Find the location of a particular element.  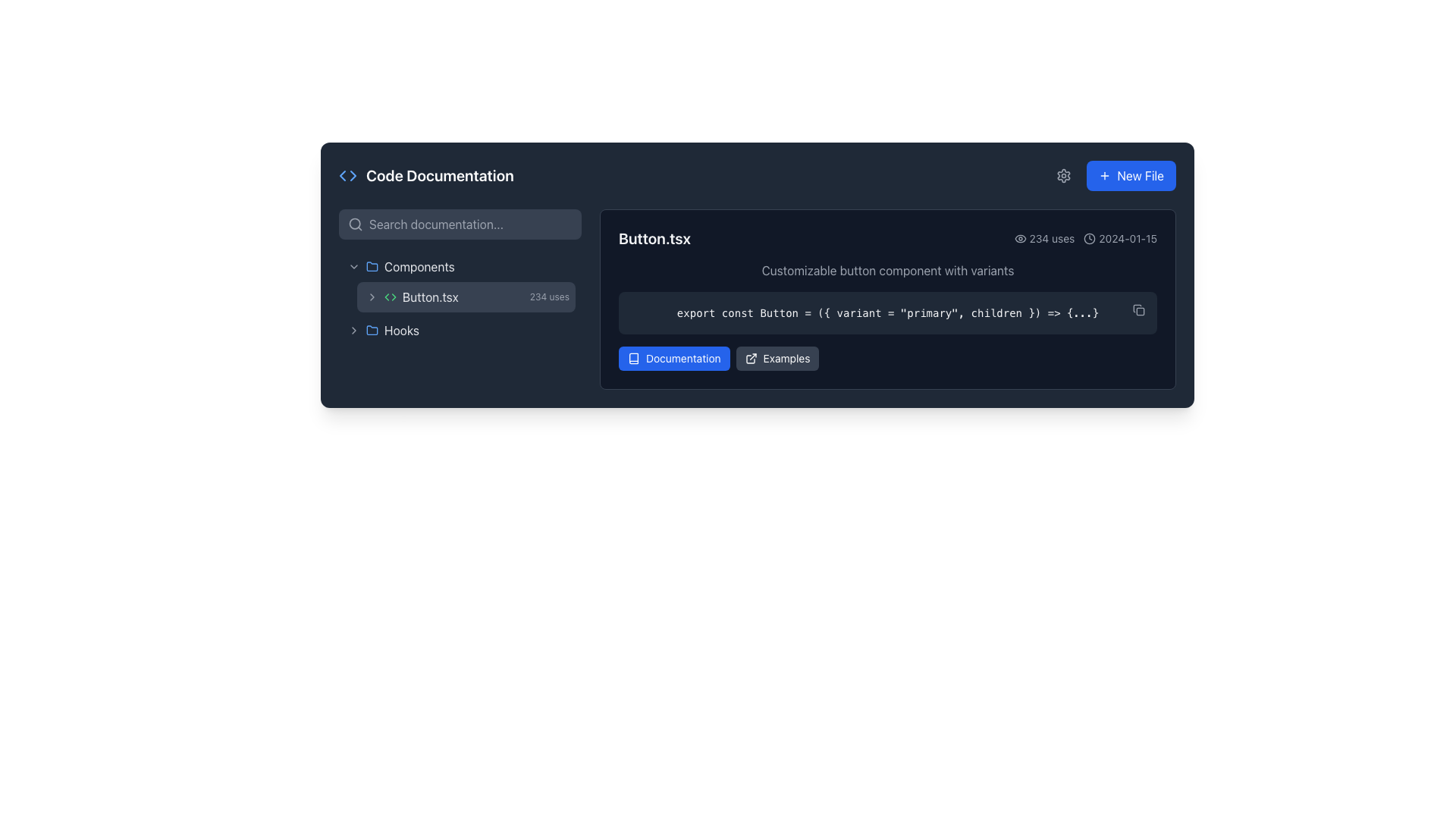

the settings icon button located in the upper-right region of the interface is located at coordinates (1063, 174).